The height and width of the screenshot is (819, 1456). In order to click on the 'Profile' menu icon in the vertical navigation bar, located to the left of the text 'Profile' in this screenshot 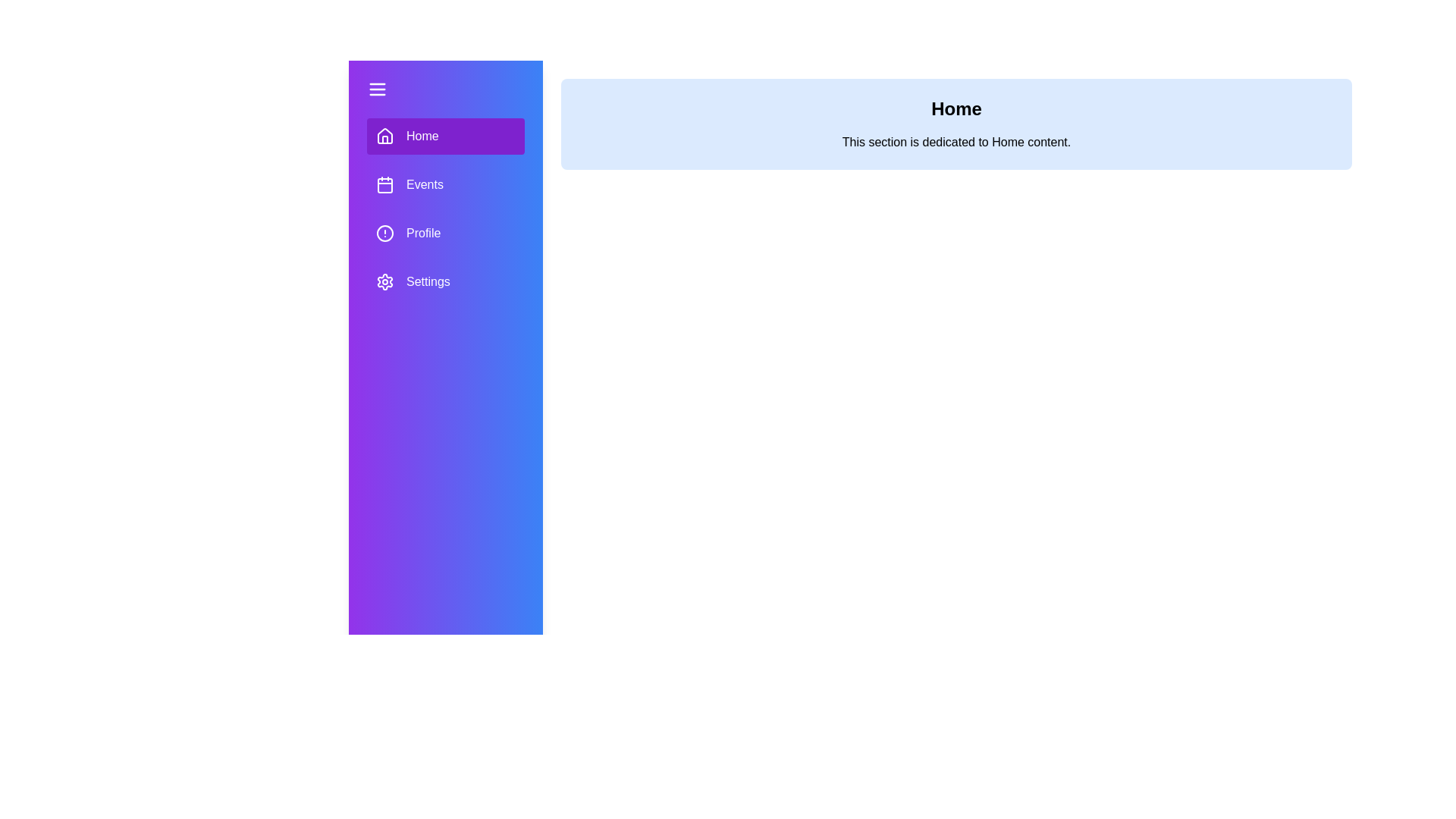, I will do `click(385, 234)`.